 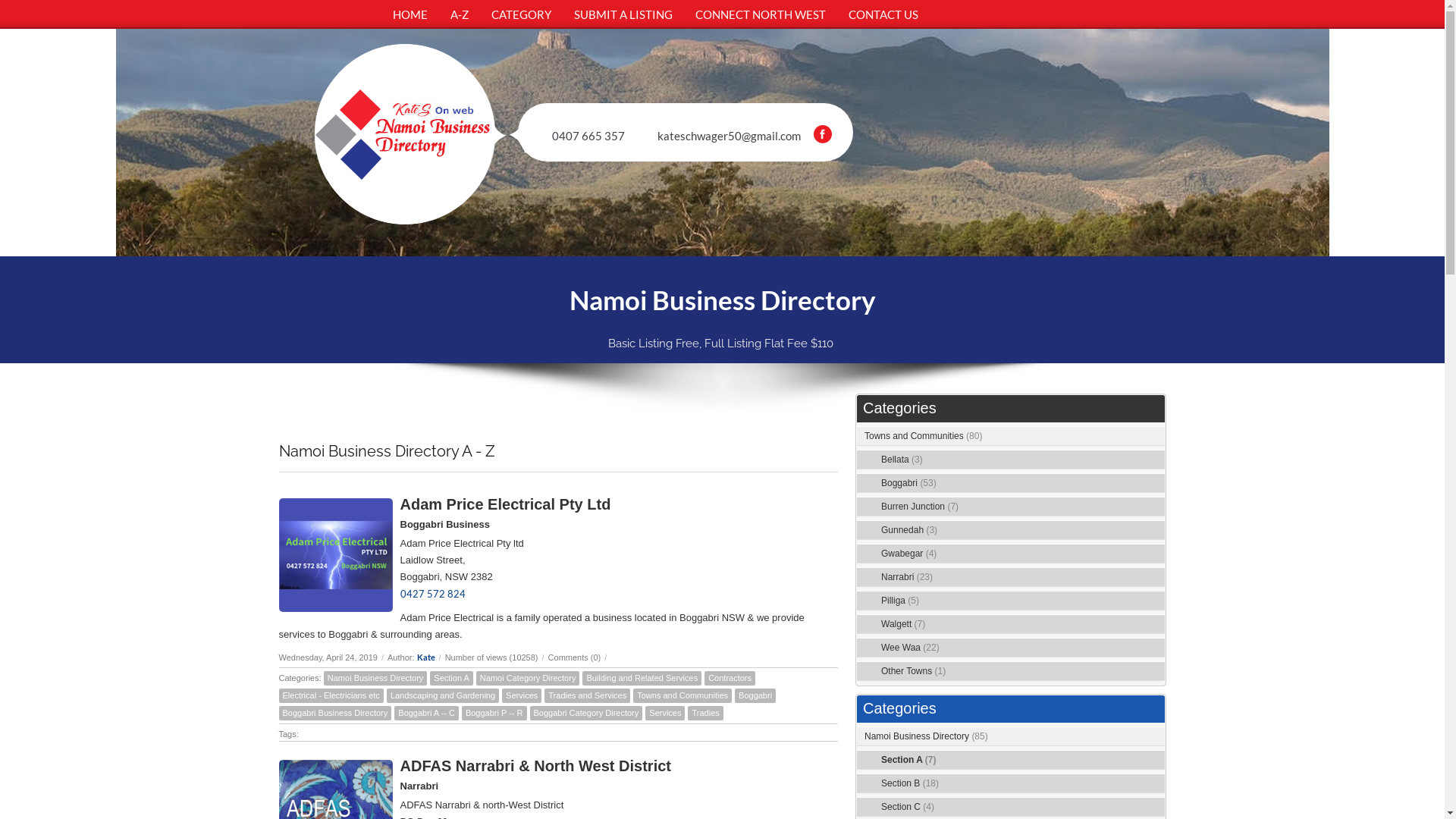 I want to click on 'Gwabegar (4)', so click(x=908, y=553).